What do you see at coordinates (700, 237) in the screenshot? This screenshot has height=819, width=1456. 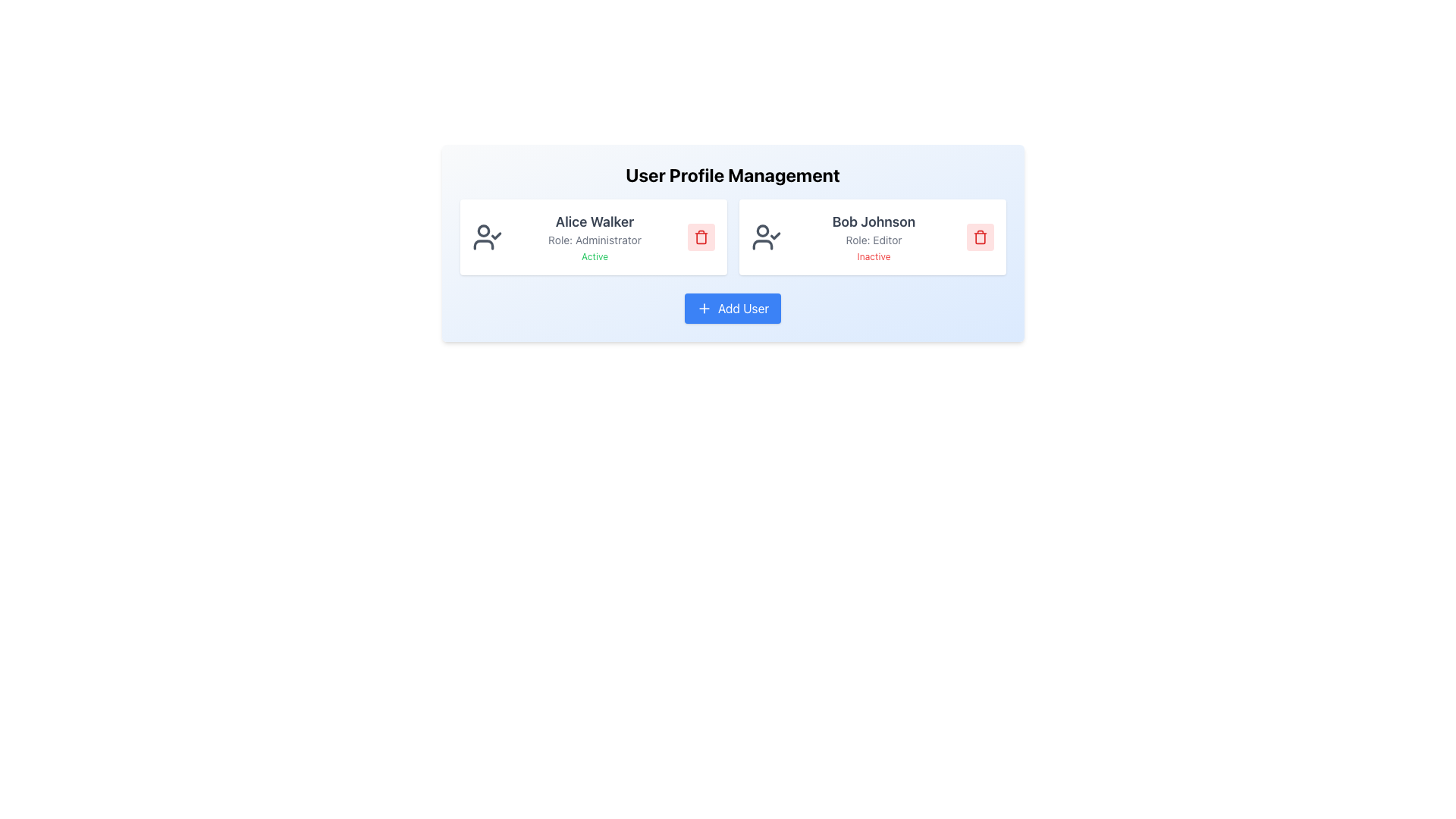 I see `the delete button associated with the user profile 'Alice Walker'` at bounding box center [700, 237].